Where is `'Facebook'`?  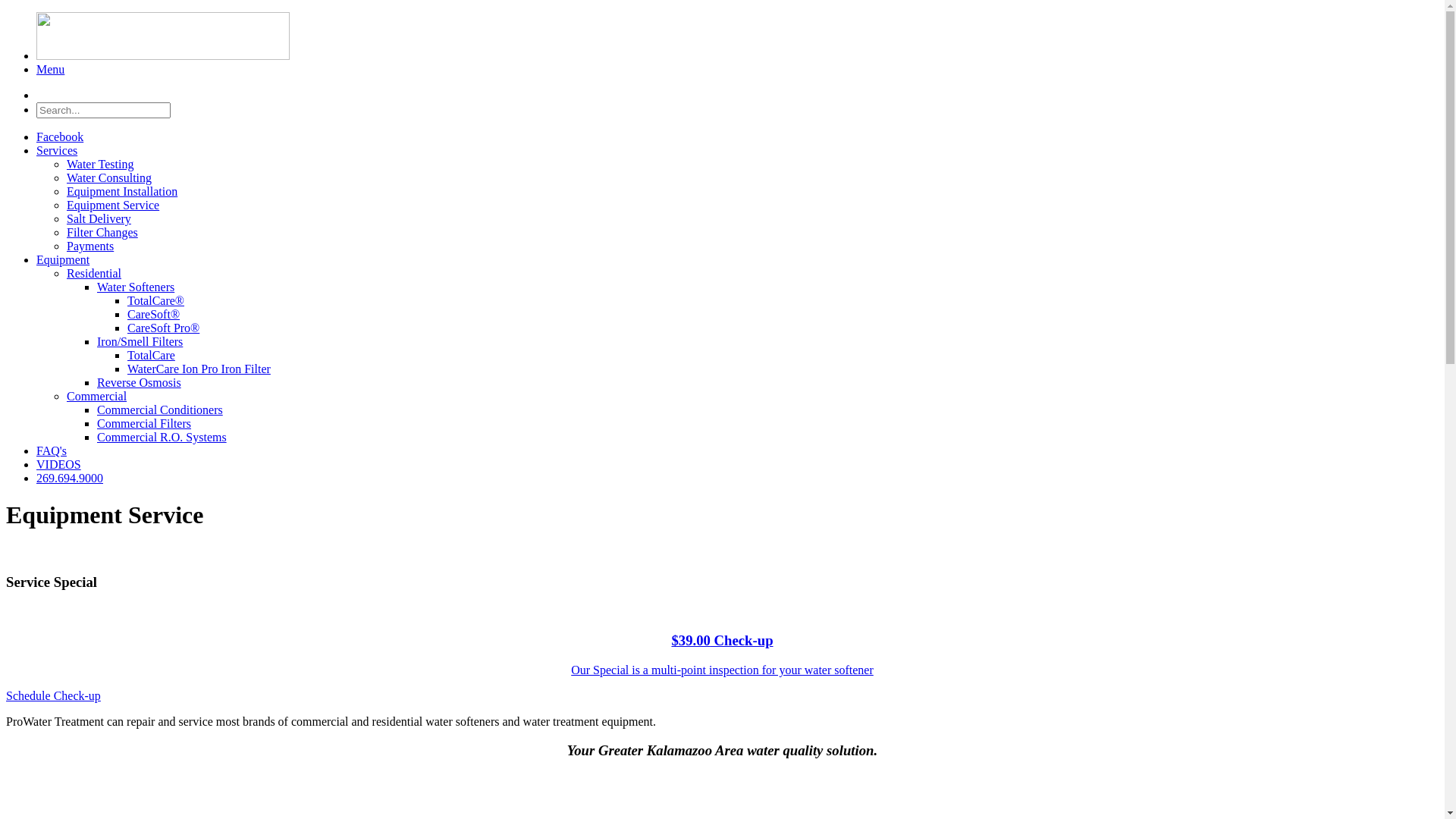 'Facebook' is located at coordinates (59, 136).